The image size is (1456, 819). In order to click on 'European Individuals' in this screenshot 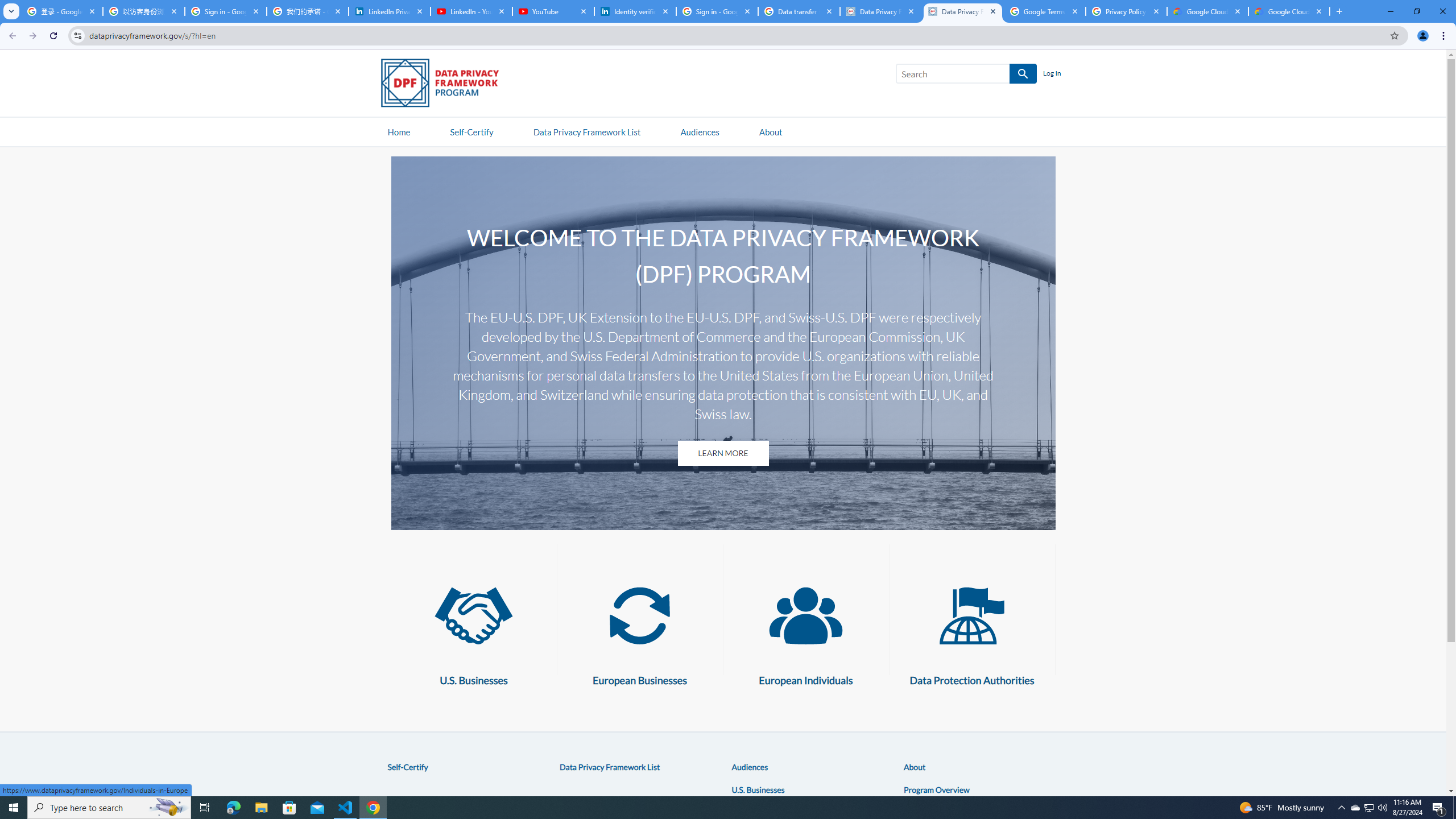, I will do `click(805, 615)`.